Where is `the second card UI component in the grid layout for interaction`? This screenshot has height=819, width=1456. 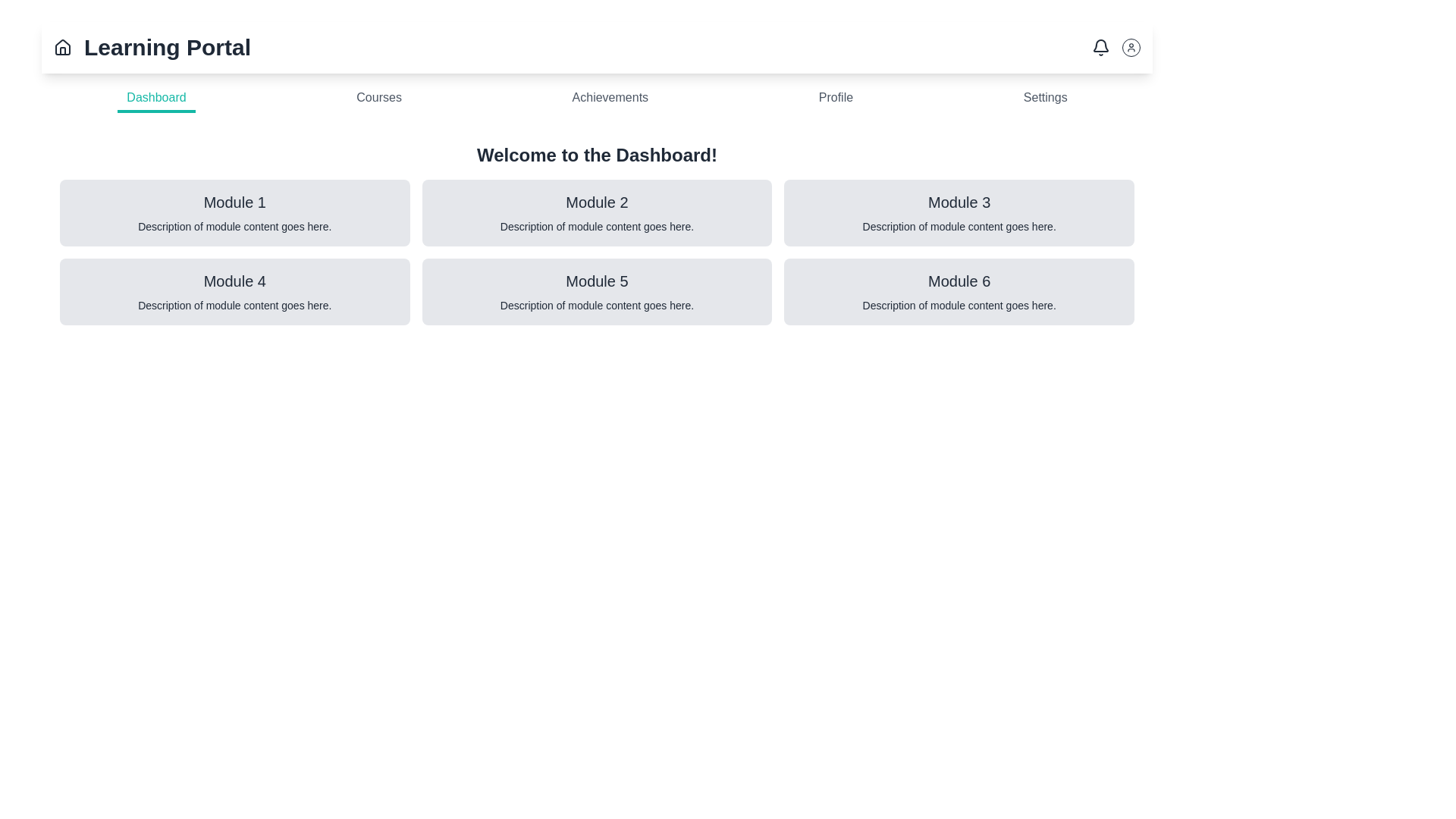
the second card UI component in the grid layout for interaction is located at coordinates (596, 213).